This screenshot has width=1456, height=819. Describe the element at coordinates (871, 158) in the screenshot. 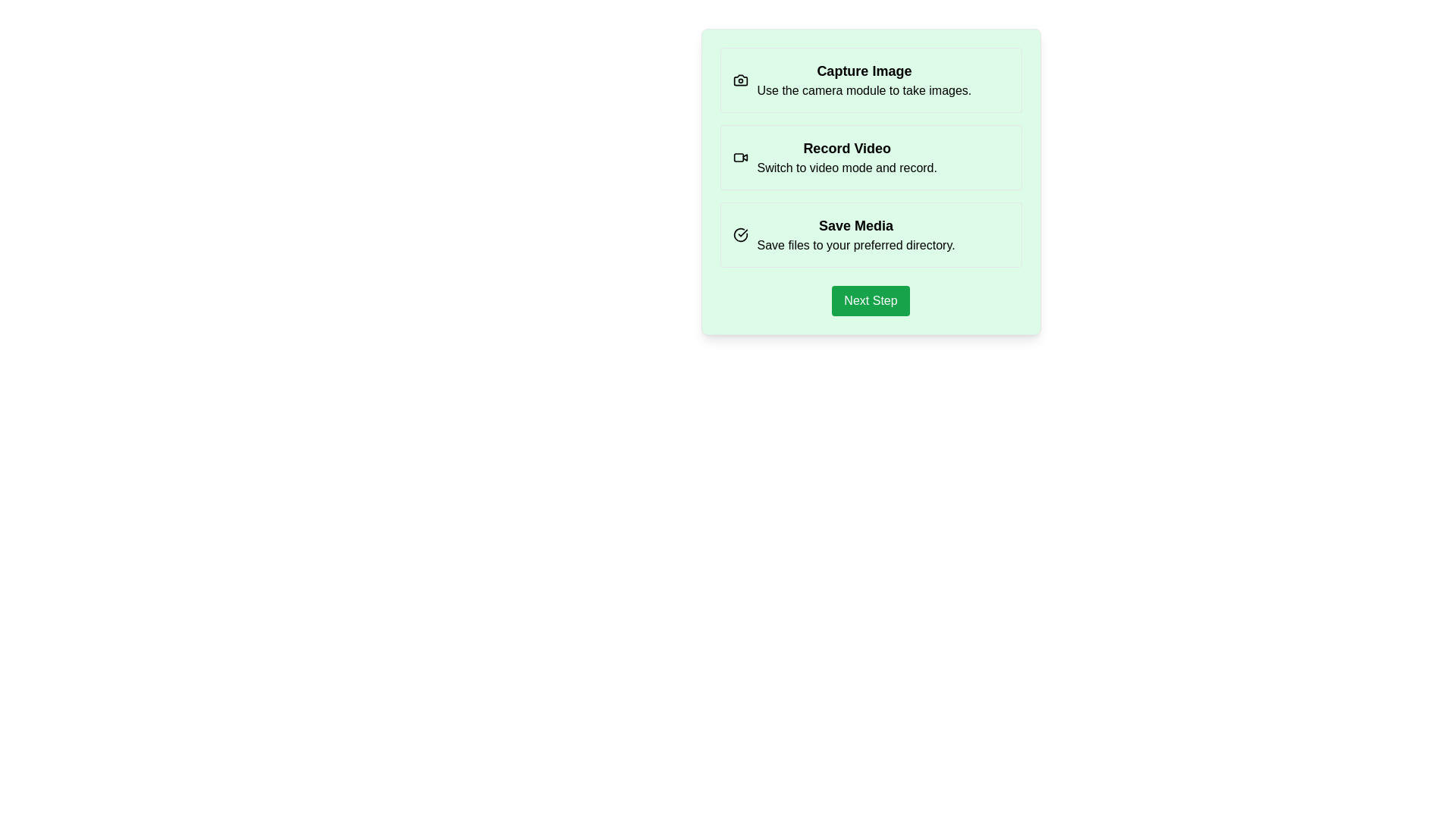

I see `the 'Record Video' descriptive text block with a video camera icon, which is located below the 'Capture Image' option and above 'Save Media' in the UI` at that location.